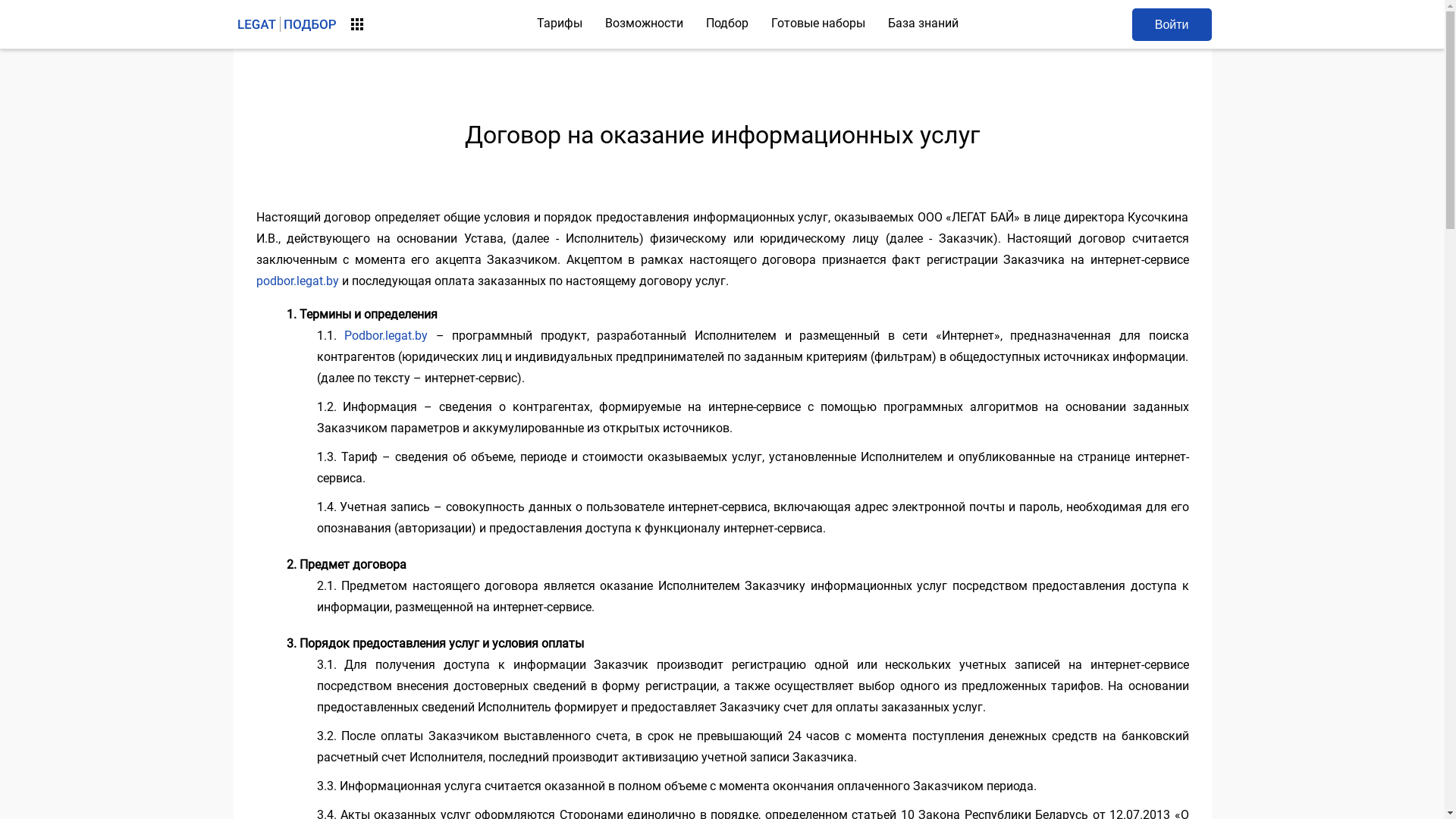 Image resolution: width=1456 pixels, height=819 pixels. I want to click on 'podbor.legat.by', so click(297, 281).